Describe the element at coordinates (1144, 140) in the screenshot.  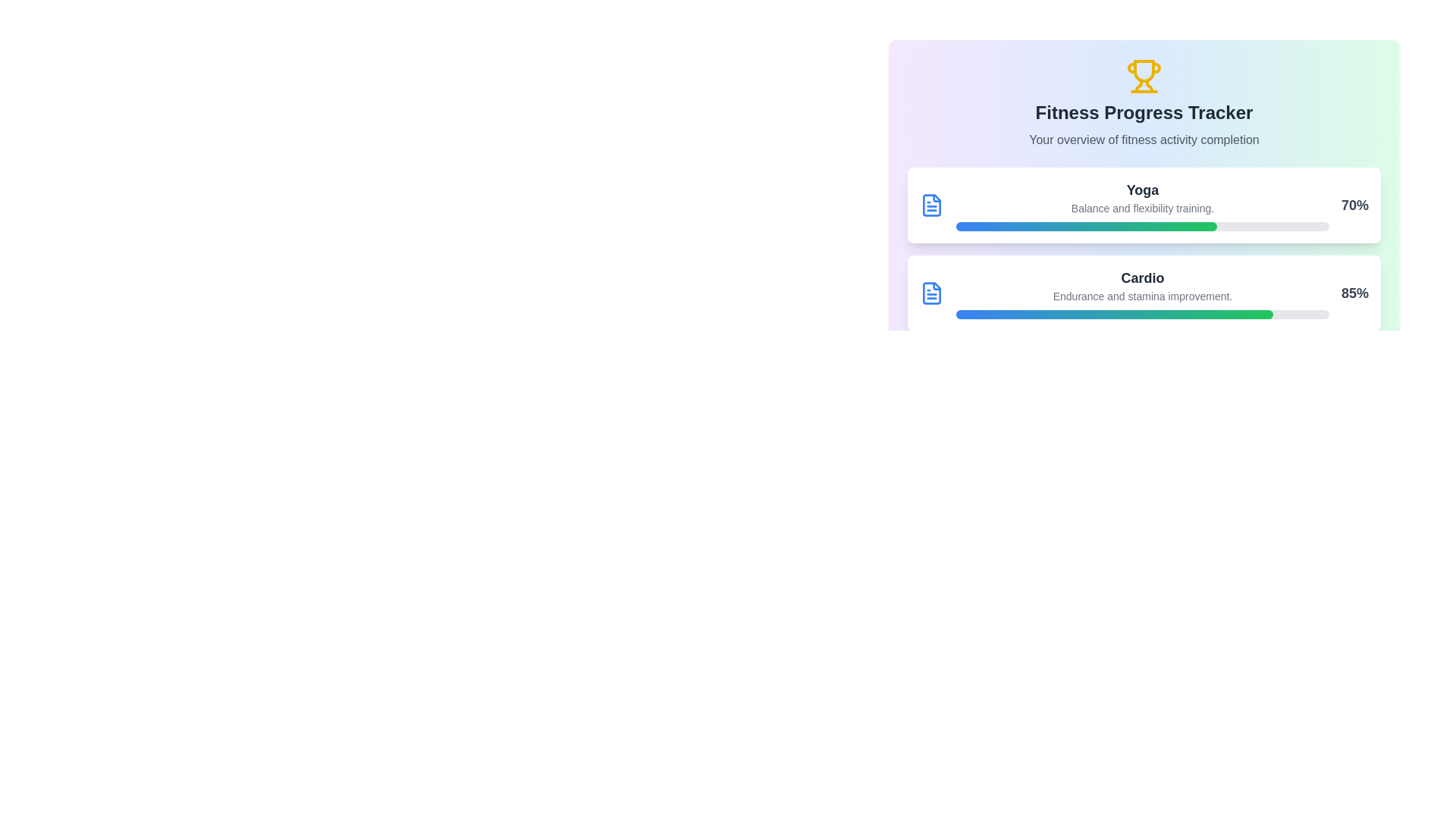
I see `the subtitle text providing context for the 'Fitness Progress Tracker' section, which is located directly under the heading and is horizontally centered` at that location.